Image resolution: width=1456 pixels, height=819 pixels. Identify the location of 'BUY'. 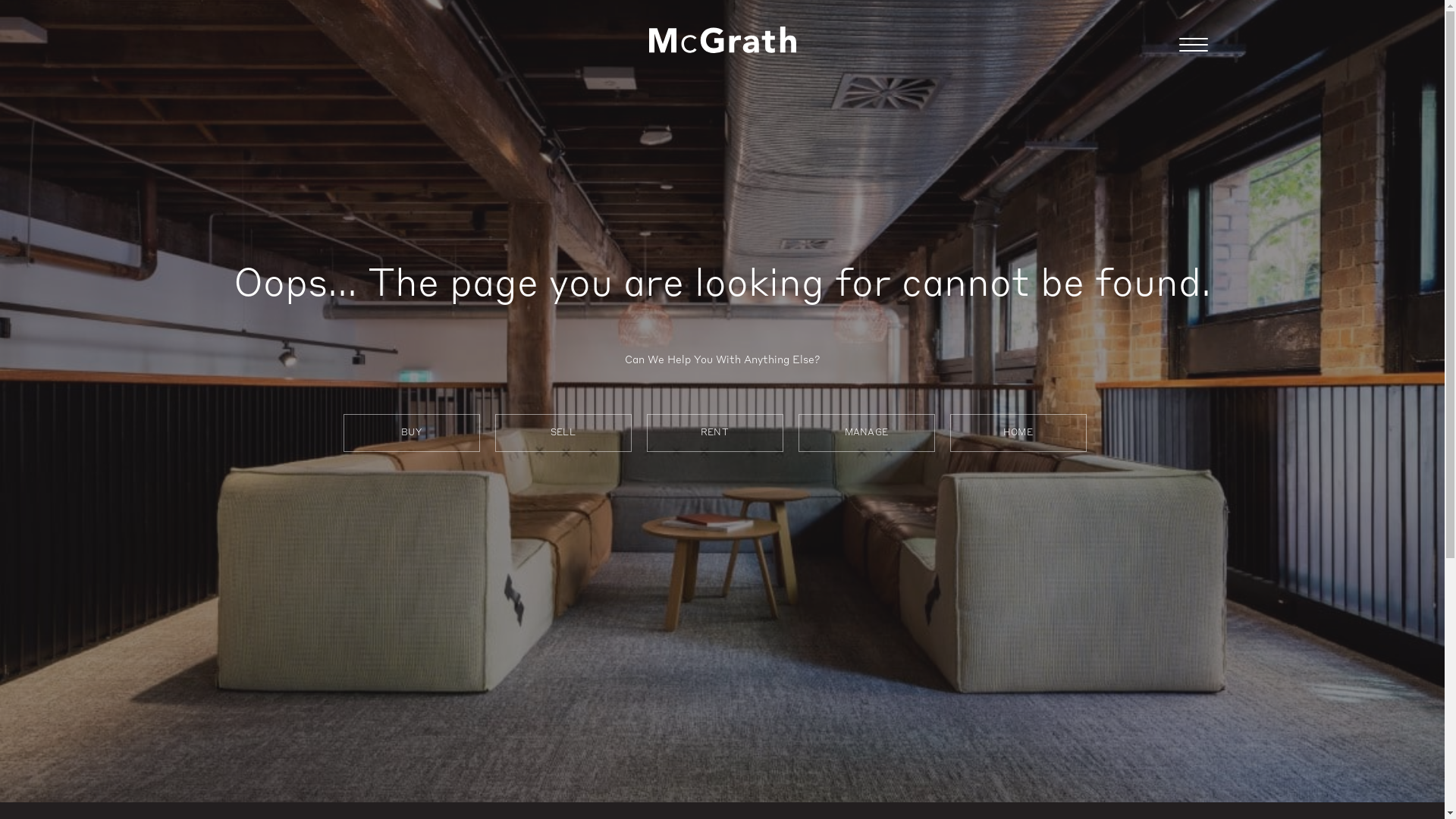
(411, 432).